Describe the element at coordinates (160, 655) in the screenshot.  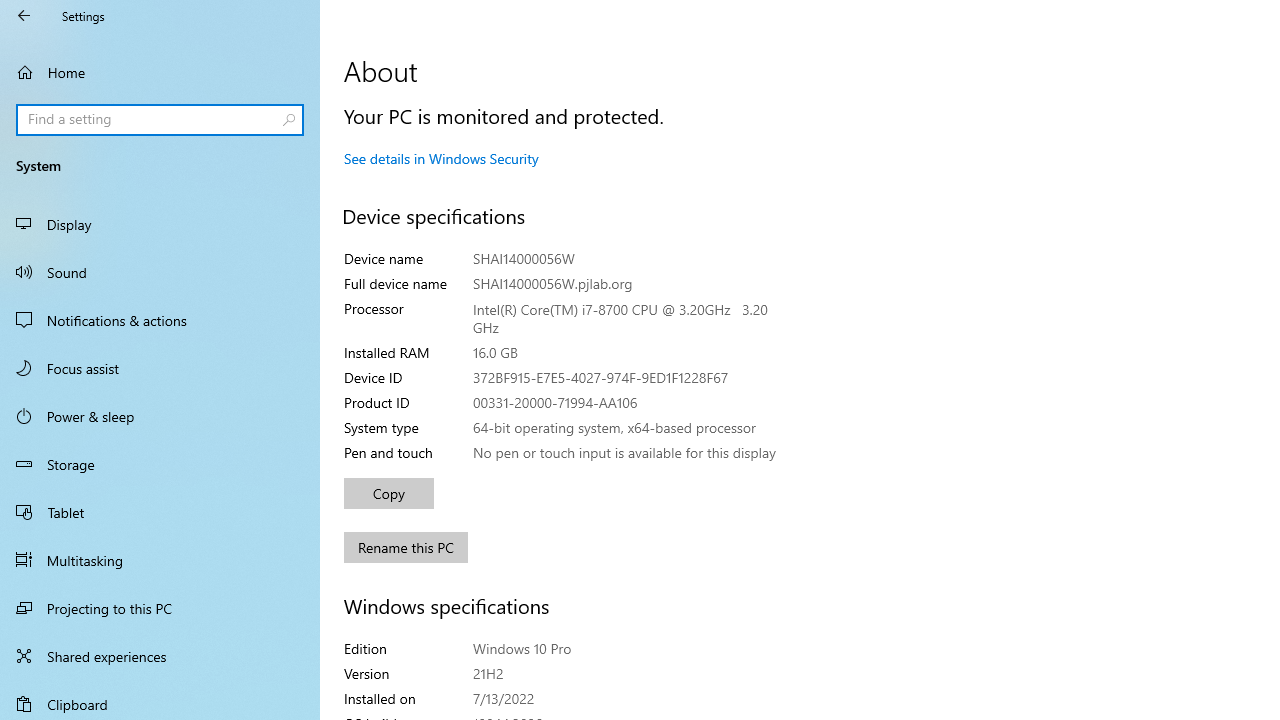
I see `'Shared experiences'` at that location.